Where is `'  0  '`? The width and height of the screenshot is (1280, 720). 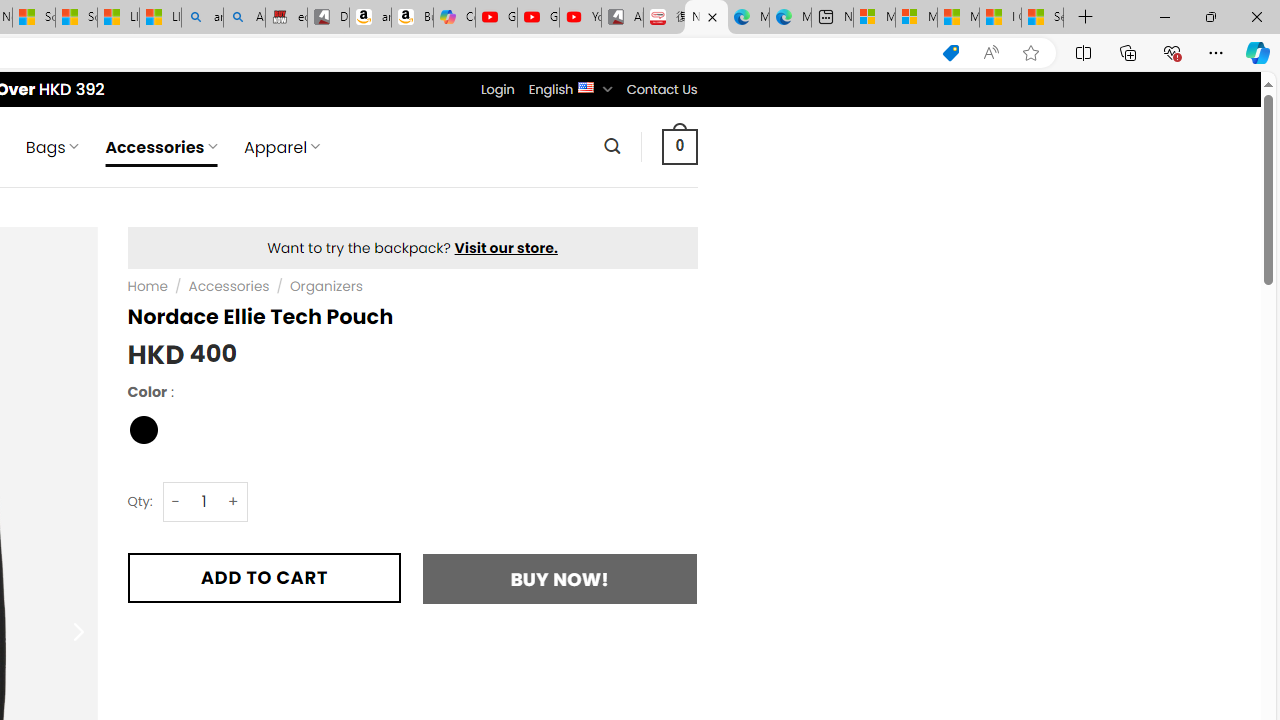
'  0  ' is located at coordinates (679, 145).